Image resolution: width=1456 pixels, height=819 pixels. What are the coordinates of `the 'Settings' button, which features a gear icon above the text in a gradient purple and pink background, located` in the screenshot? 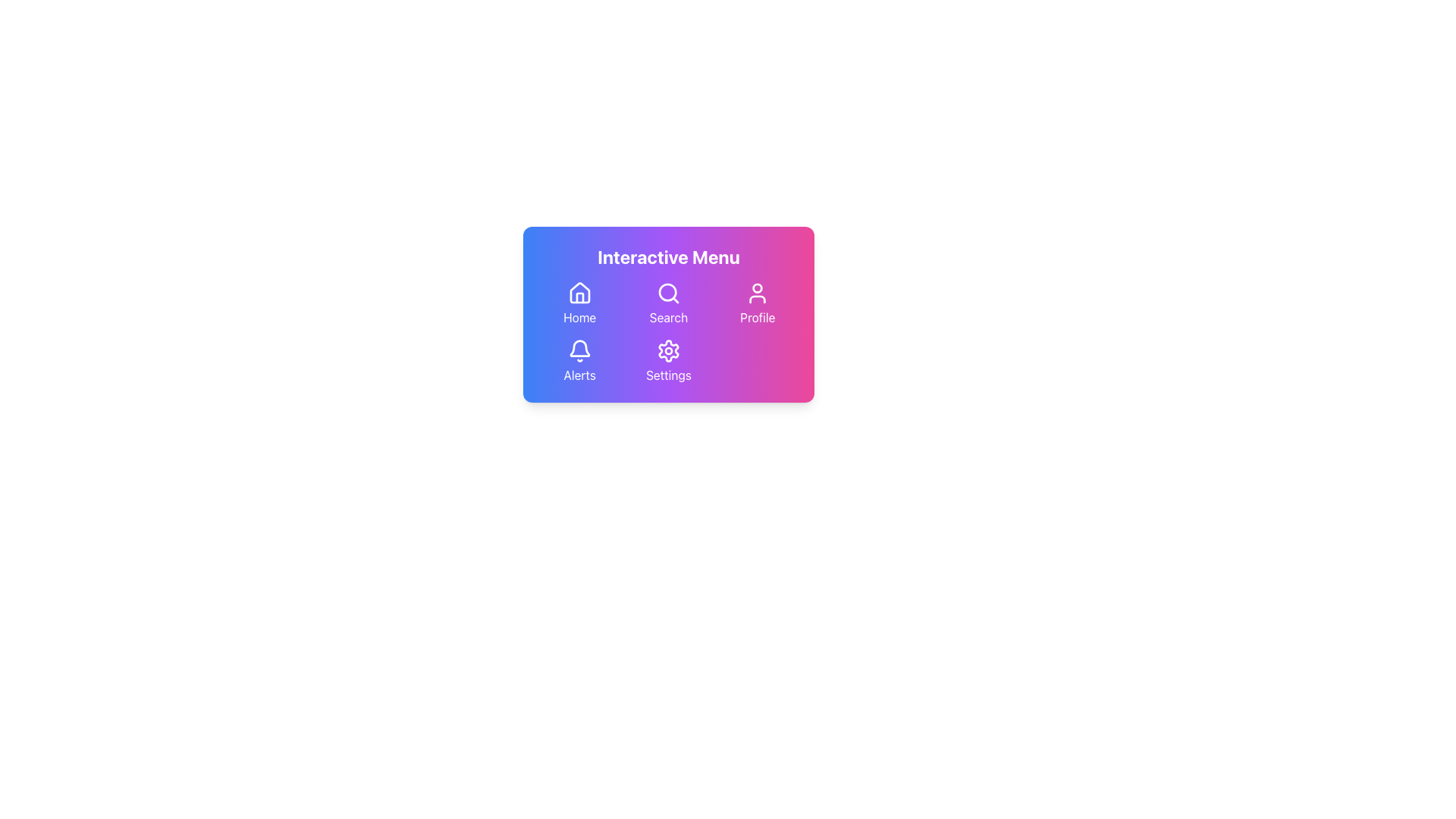 It's located at (668, 362).